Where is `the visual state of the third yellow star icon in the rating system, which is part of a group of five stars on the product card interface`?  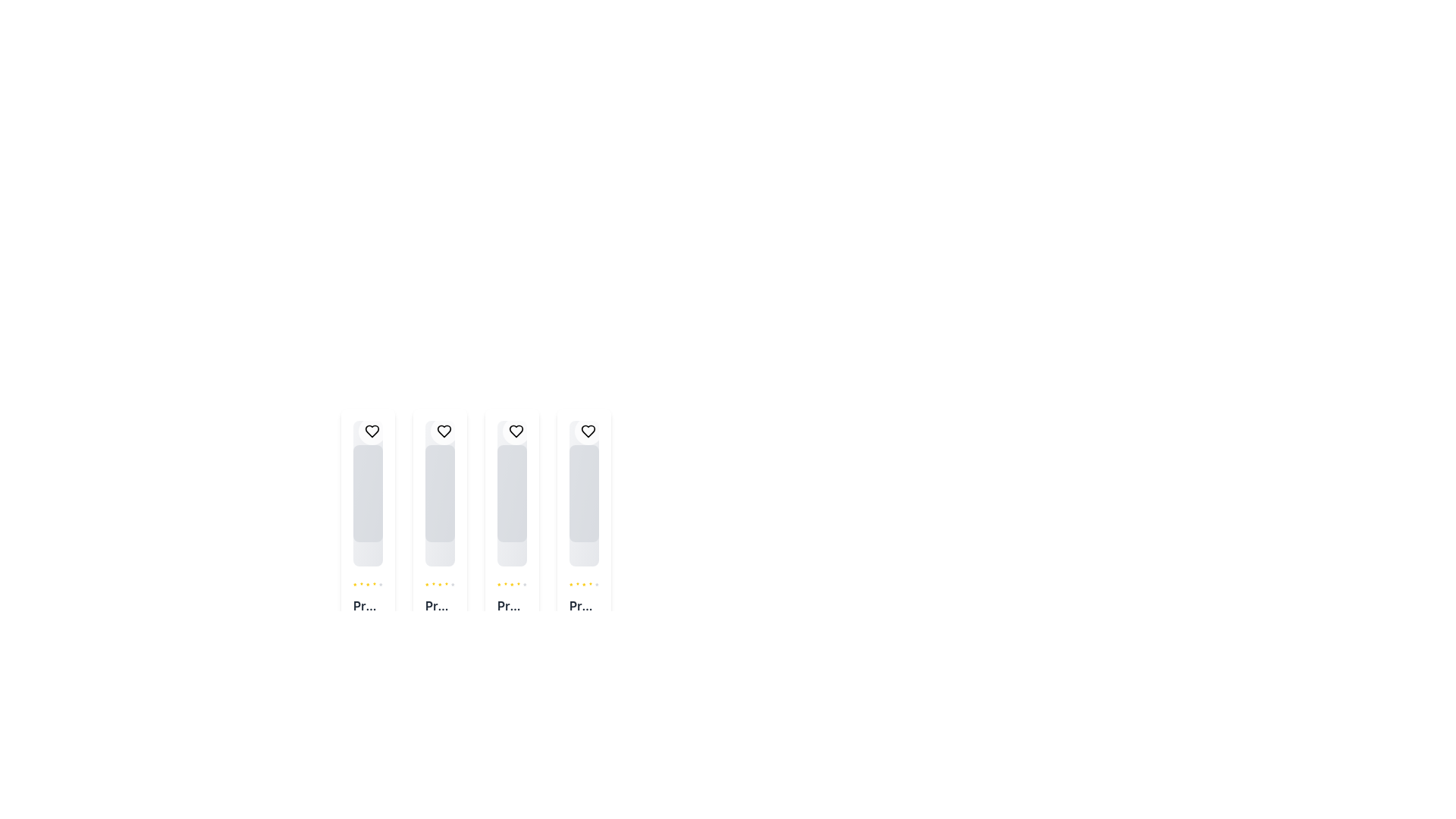 the visual state of the third yellow star icon in the rating system, which is part of a group of five stars on the product card interface is located at coordinates (432, 584).